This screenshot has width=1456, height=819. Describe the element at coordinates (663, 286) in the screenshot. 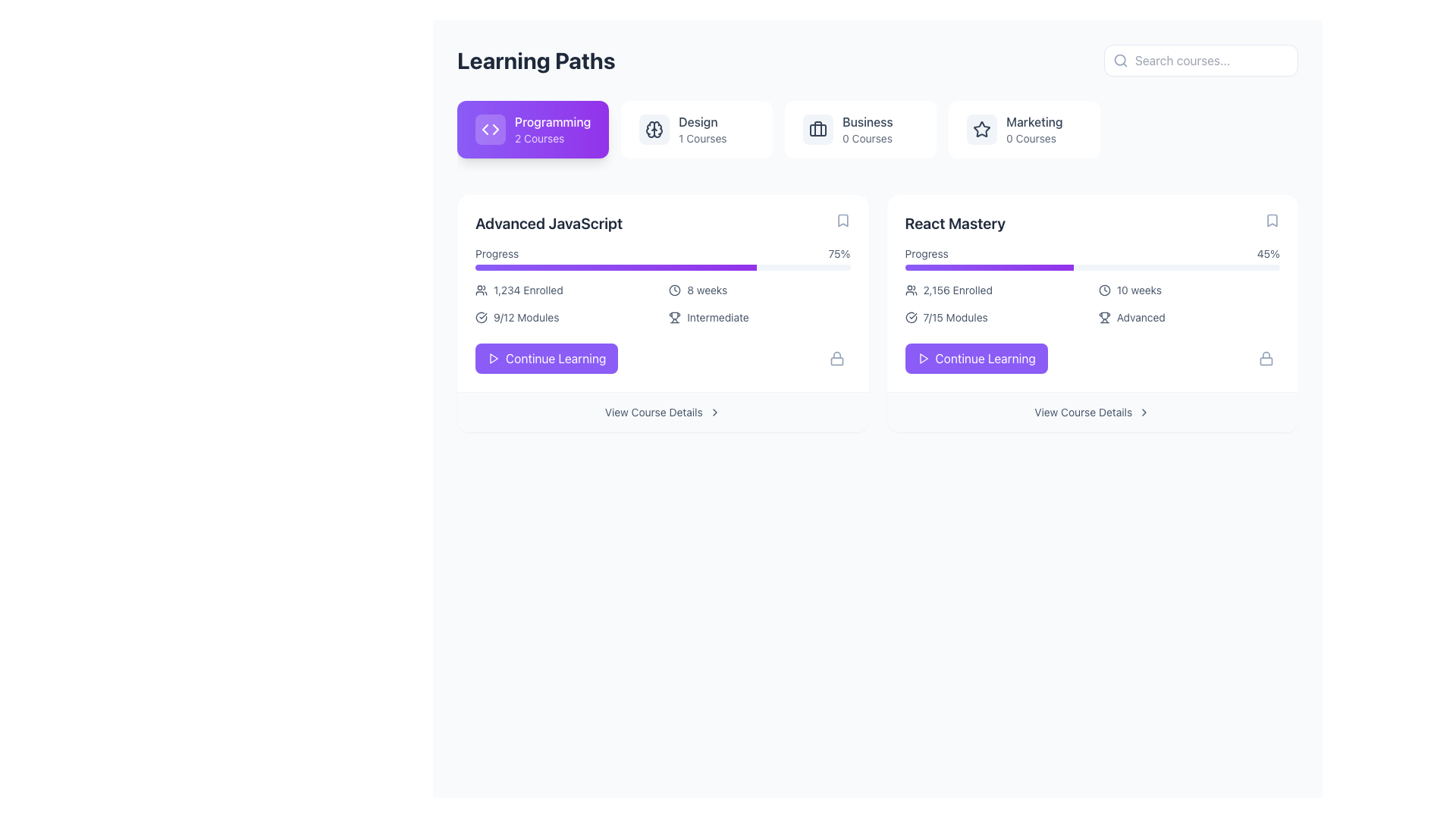

I see `the Information Panel for the 'Advanced JavaScript' course, which displays progress and course details such as enrolled users and modules completed` at that location.